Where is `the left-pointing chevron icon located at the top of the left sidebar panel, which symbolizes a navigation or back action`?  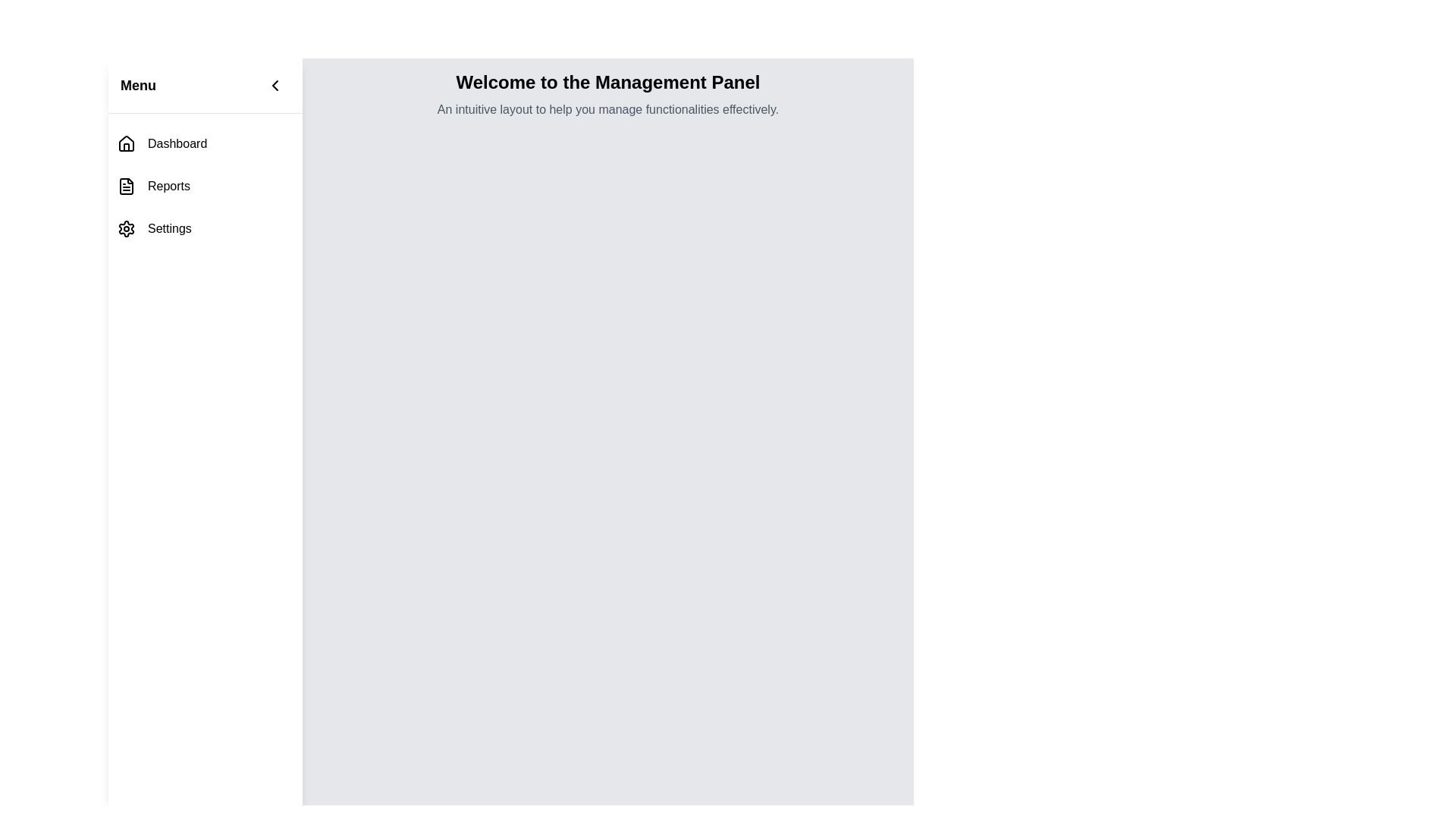
the left-pointing chevron icon located at the top of the left sidebar panel, which symbolizes a navigation or back action is located at coordinates (275, 85).